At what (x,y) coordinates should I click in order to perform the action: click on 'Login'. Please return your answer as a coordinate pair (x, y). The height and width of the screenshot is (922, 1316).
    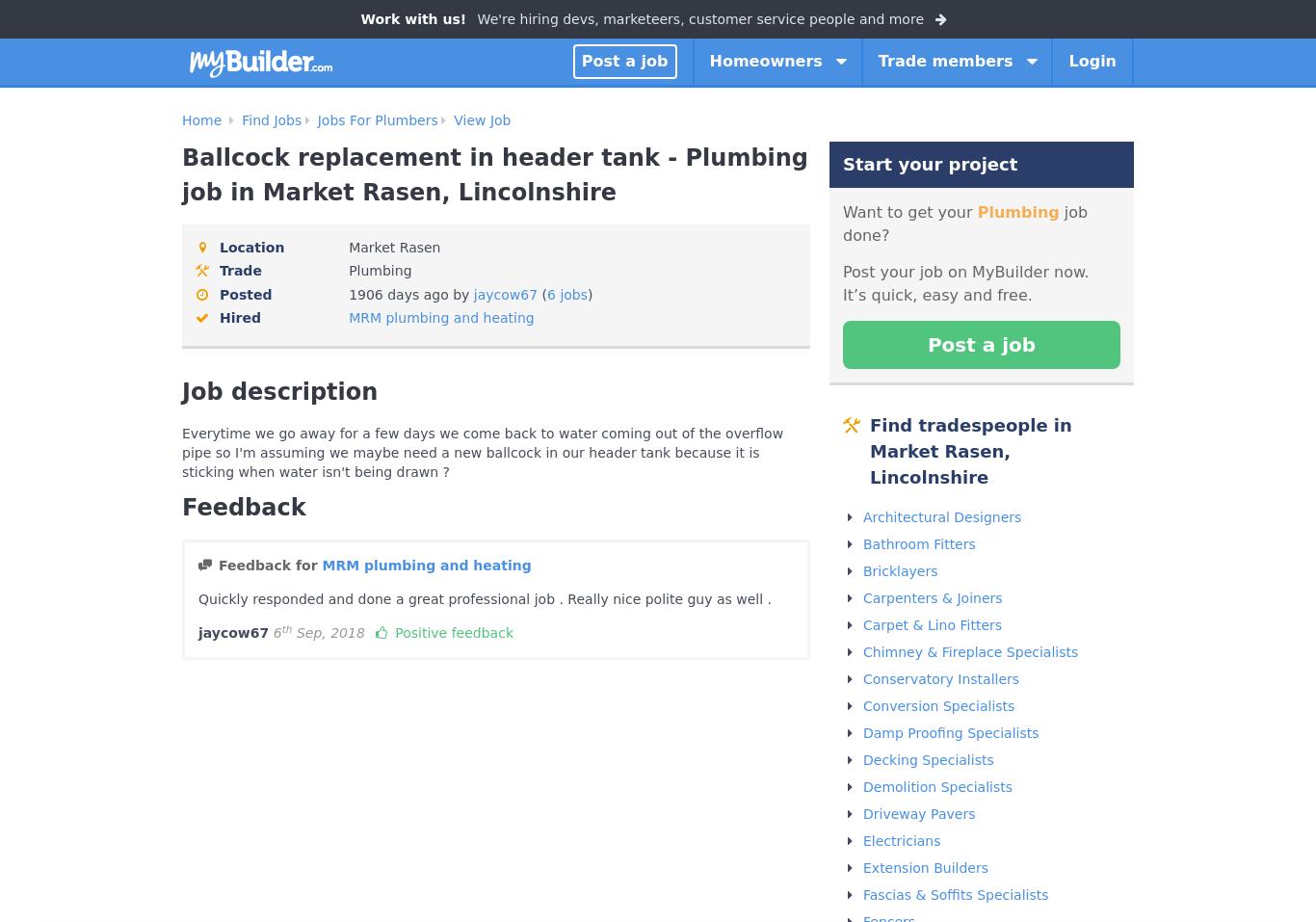
    Looking at the image, I should click on (1092, 59).